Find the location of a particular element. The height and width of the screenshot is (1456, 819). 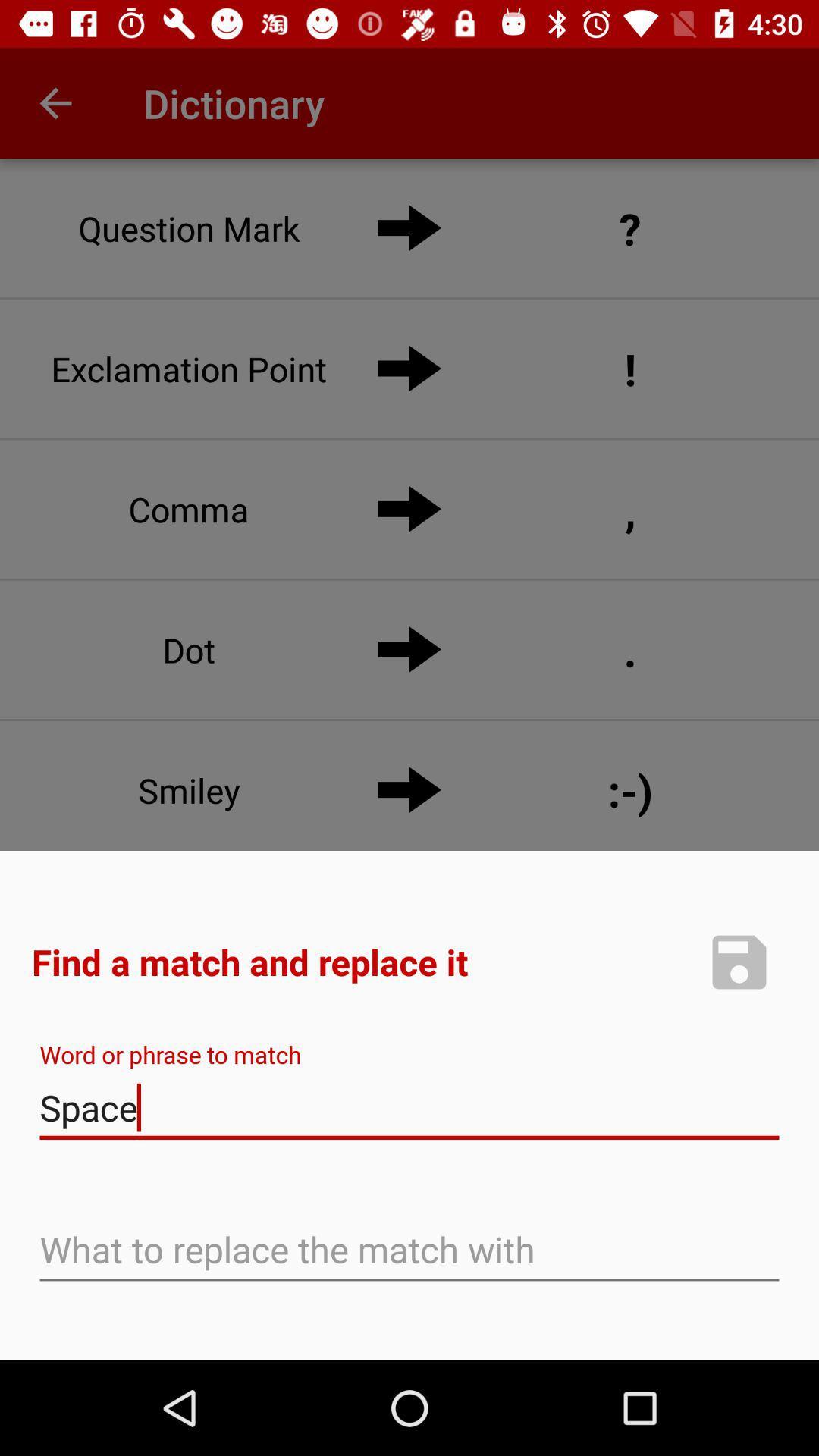

replace textbox is located at coordinates (409, 1251).